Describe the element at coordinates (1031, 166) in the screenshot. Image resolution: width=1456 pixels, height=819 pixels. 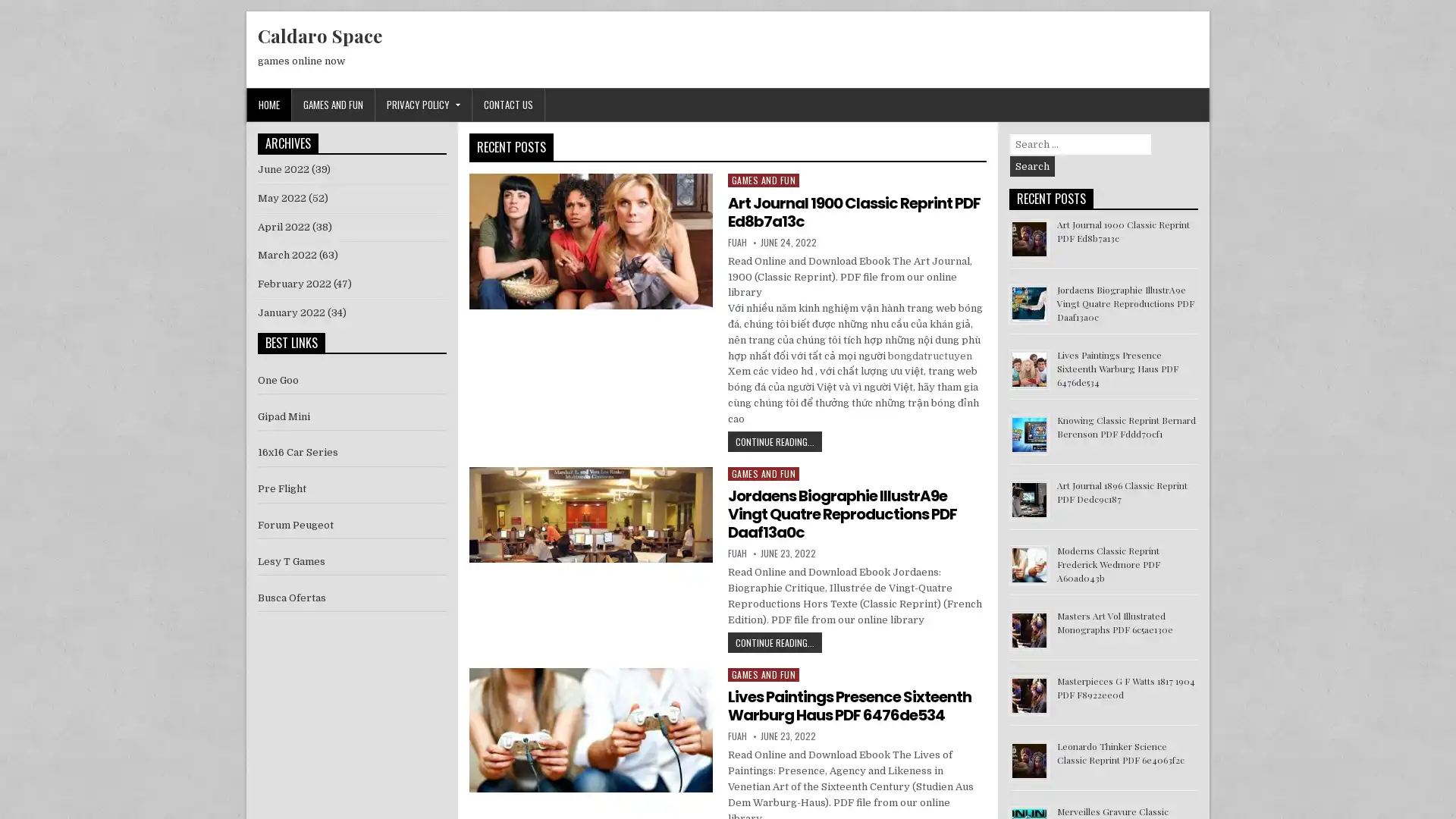
I see `Search` at that location.